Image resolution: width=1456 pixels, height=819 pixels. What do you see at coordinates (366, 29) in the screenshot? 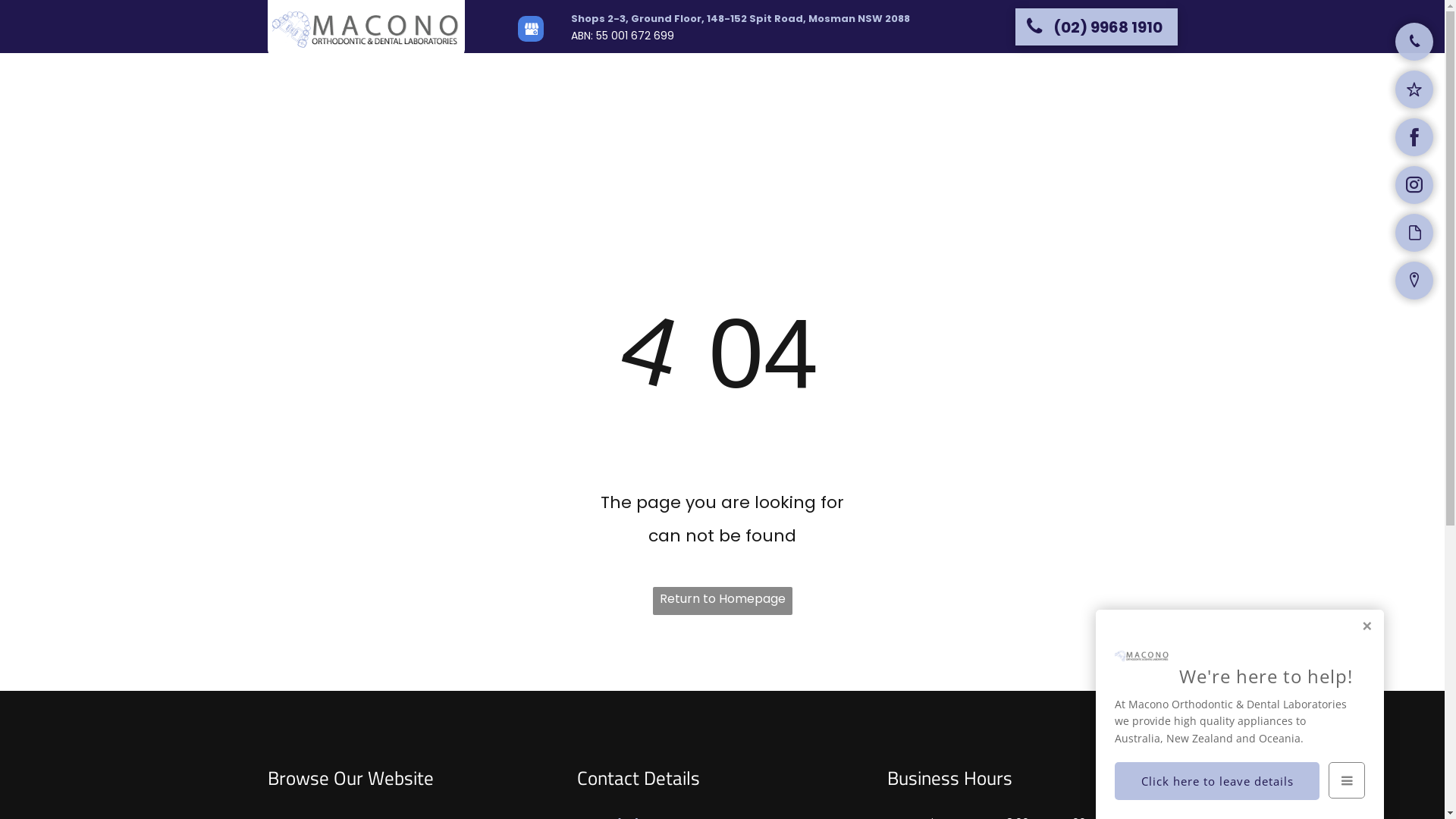
I see `'Macono Orthodontic & Dental Laboratories'` at bounding box center [366, 29].